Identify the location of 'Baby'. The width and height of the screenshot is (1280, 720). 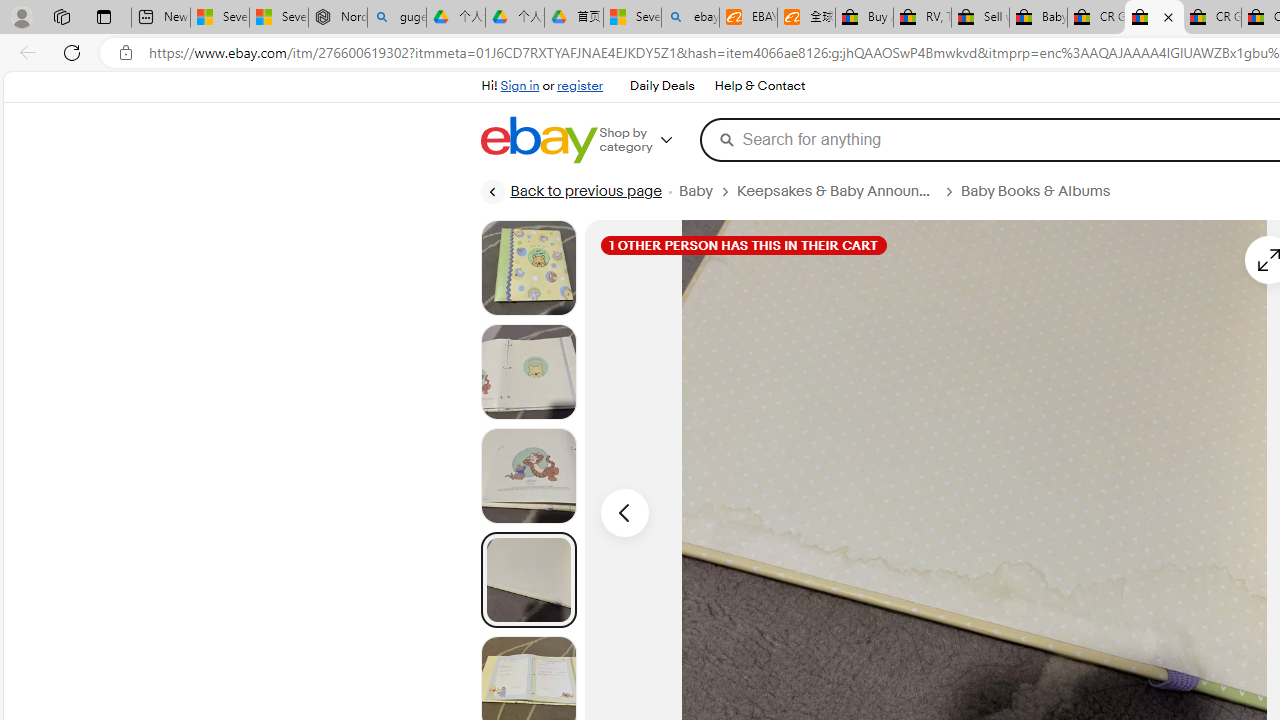
(707, 191).